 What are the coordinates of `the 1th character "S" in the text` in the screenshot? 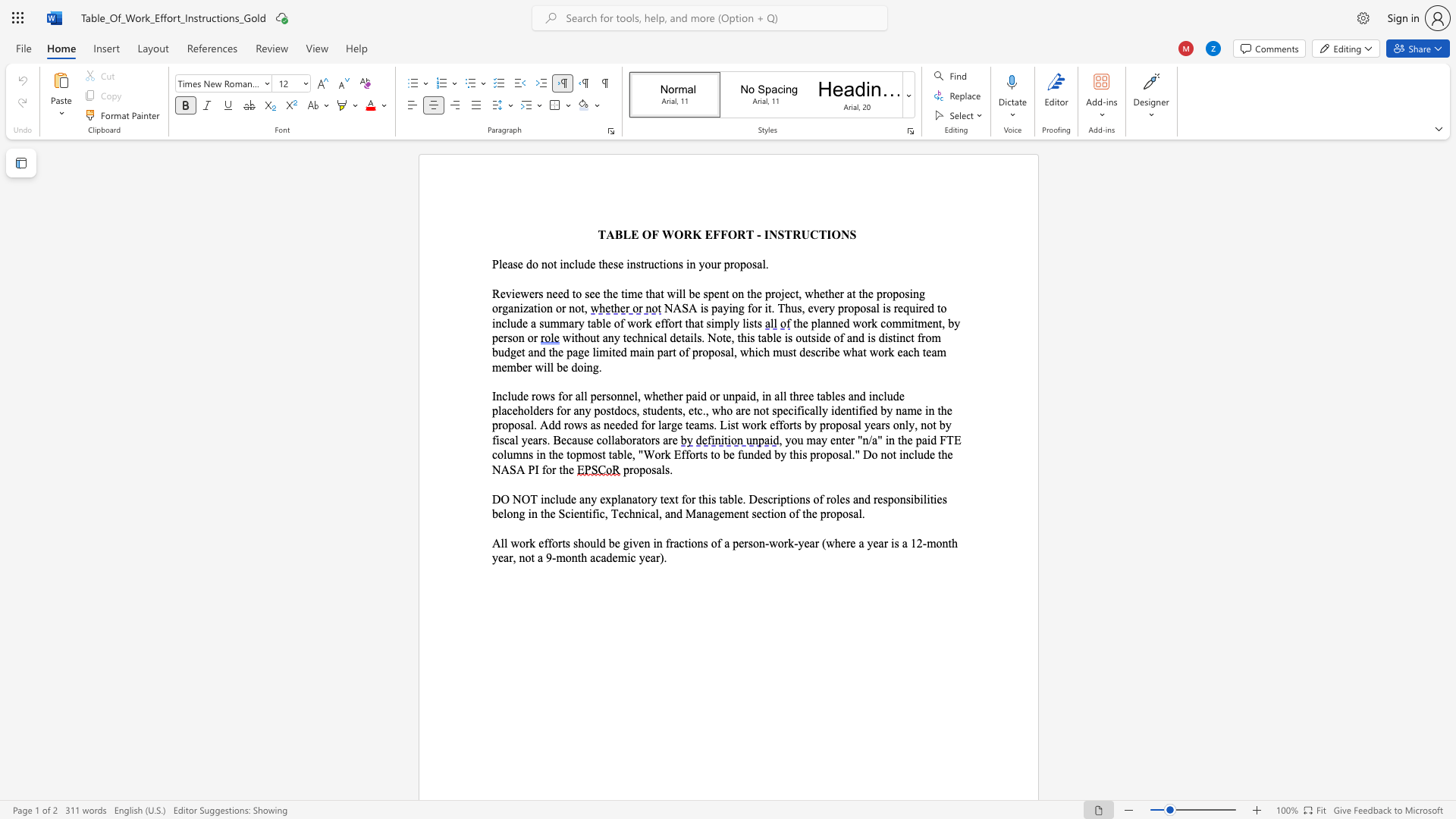 It's located at (684, 307).